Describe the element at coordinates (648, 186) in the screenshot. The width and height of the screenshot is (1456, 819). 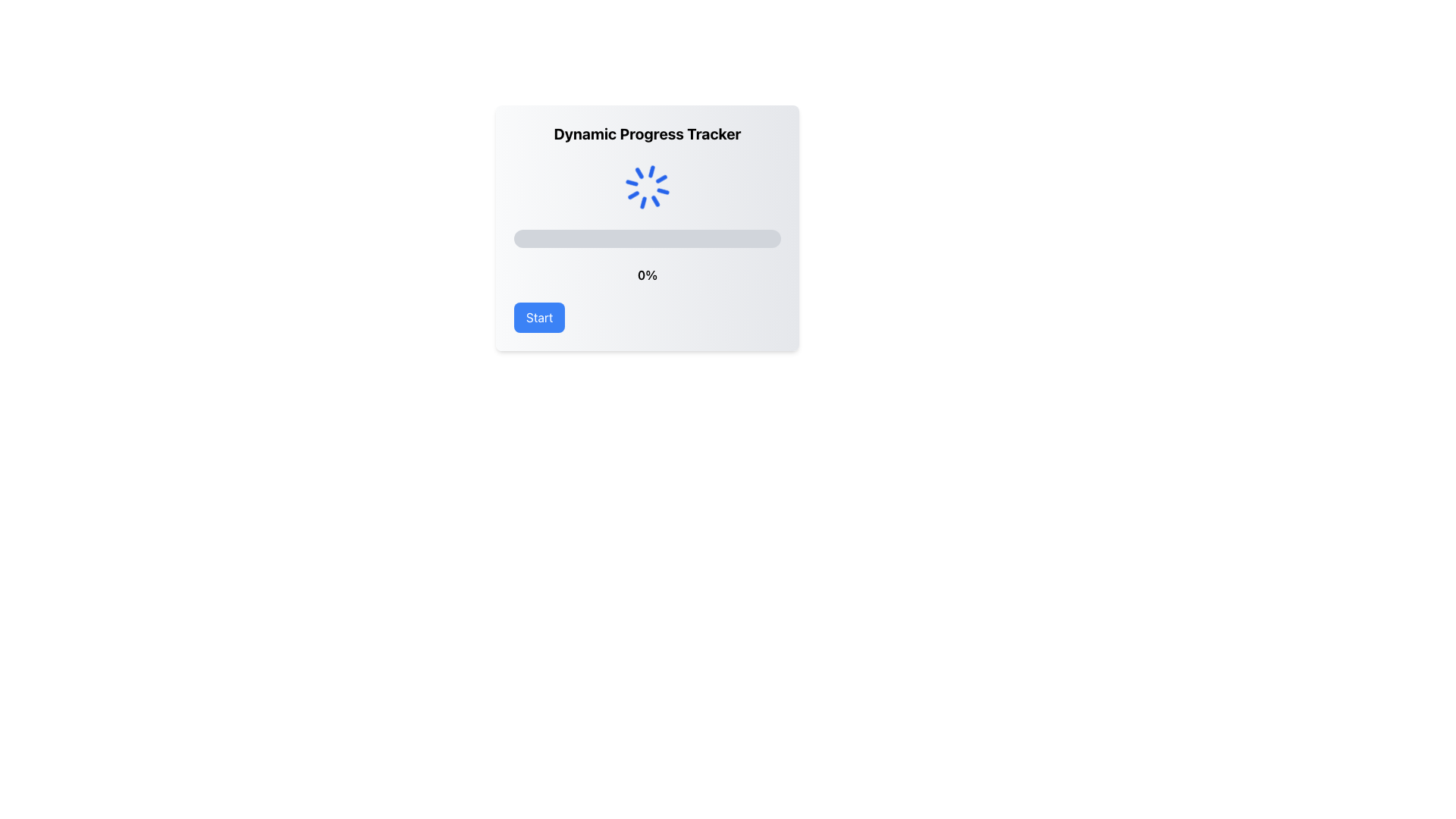
I see `the spinning loader icon located in the progress tracker section of the 'Dynamic Progress Tracker' card` at that location.